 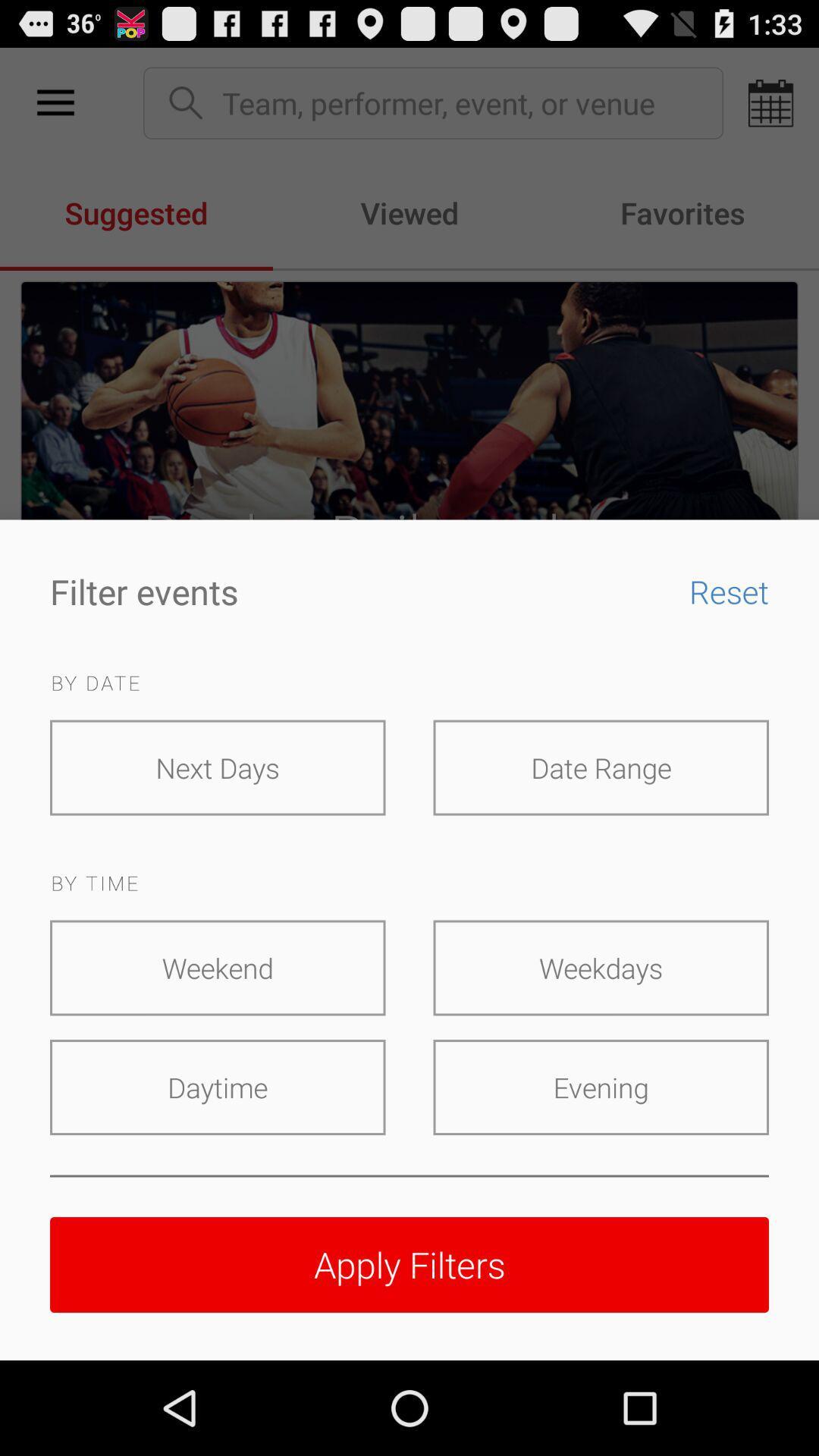 I want to click on date range item, so click(x=600, y=767).